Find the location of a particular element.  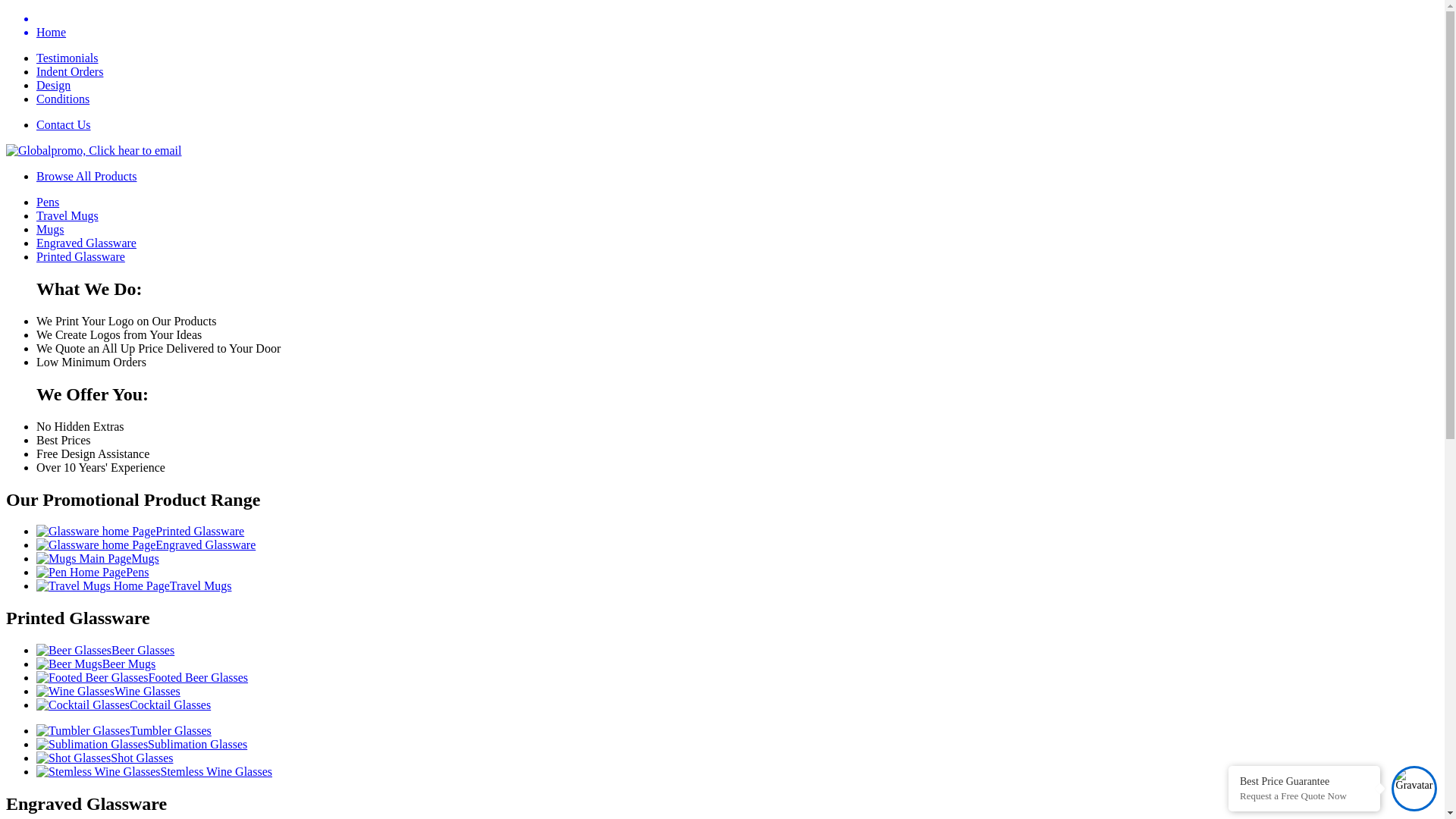

'Printed Glassware' is located at coordinates (140, 530).